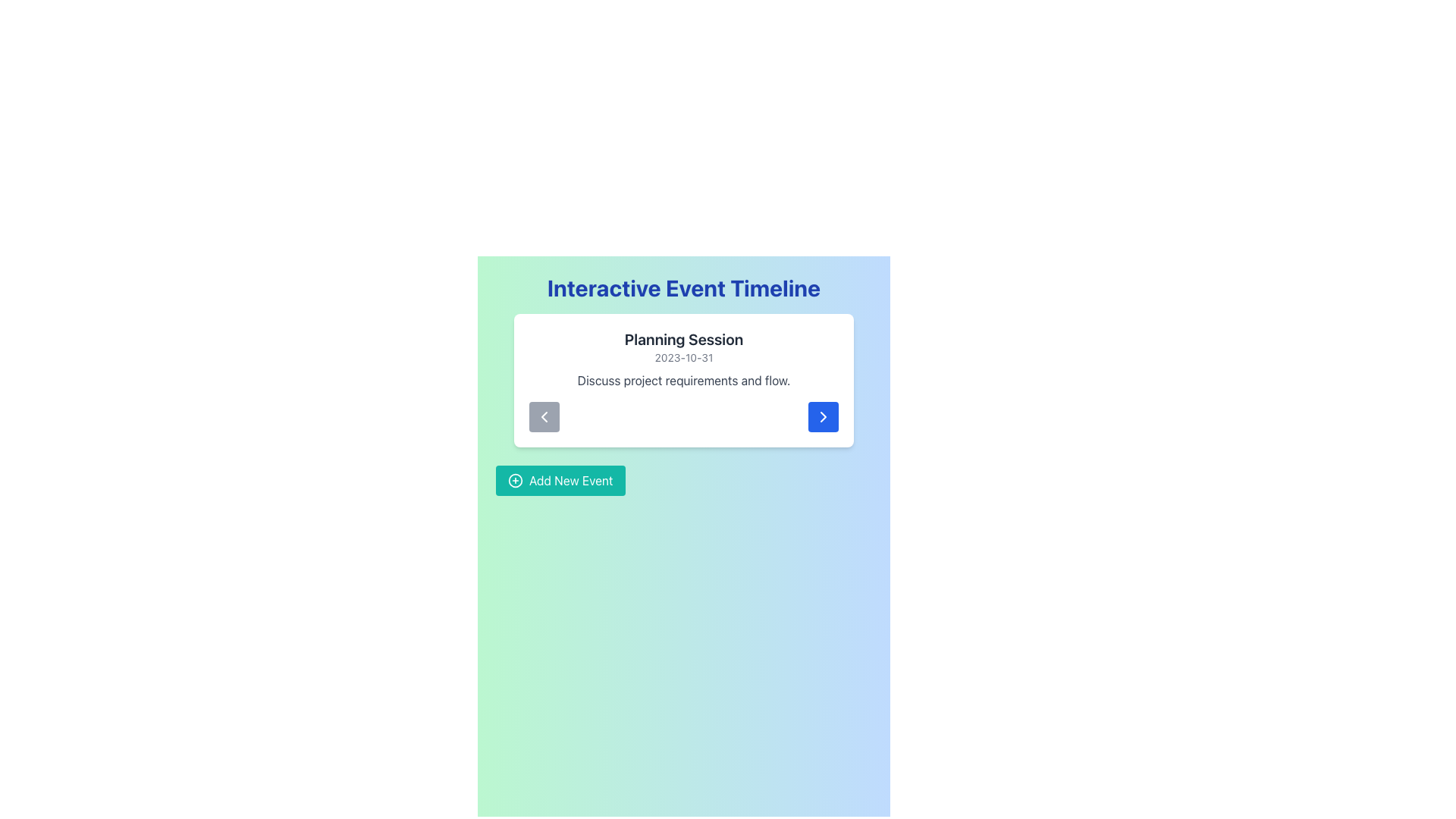 The height and width of the screenshot is (819, 1456). Describe the element at coordinates (544, 417) in the screenshot. I see `the chevron icon embedded within the interactive button on the event card` at that location.